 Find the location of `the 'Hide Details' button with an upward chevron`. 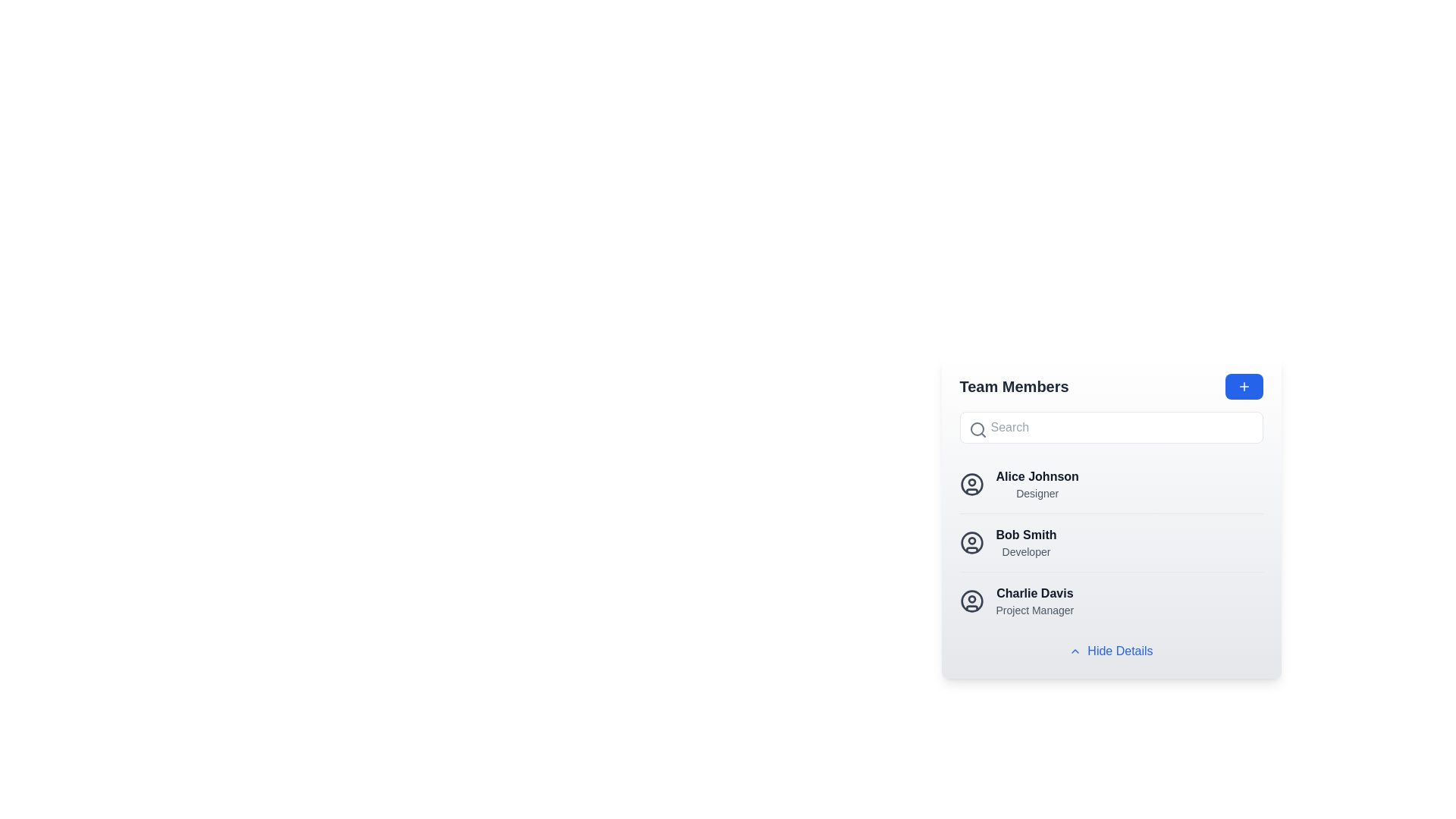

the 'Hide Details' button with an upward chevron is located at coordinates (1111, 651).